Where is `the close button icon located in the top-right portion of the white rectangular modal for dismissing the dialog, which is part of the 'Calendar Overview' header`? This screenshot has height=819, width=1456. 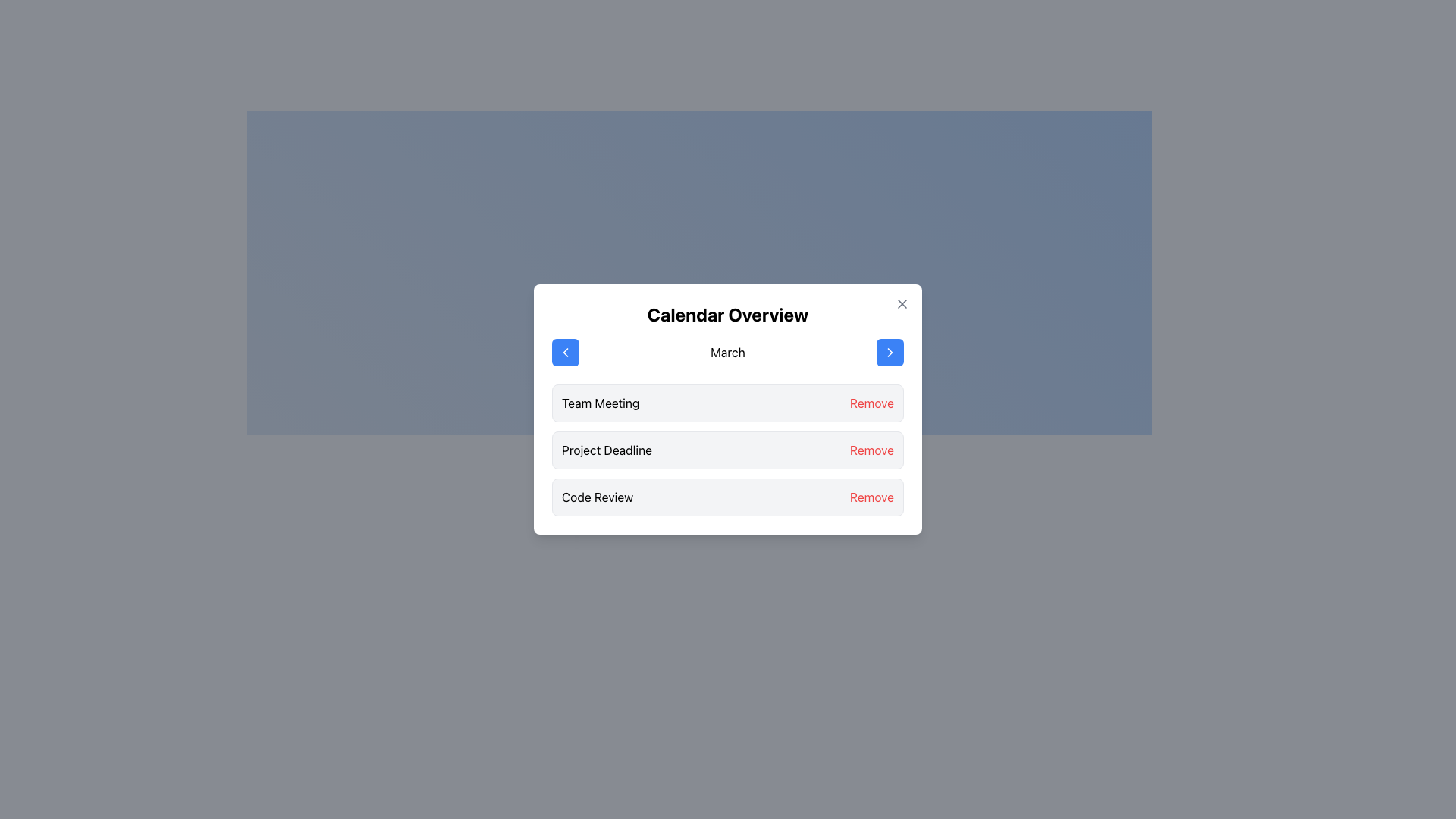 the close button icon located in the top-right portion of the white rectangular modal for dismissing the dialog, which is part of the 'Calendar Overview' header is located at coordinates (902, 304).